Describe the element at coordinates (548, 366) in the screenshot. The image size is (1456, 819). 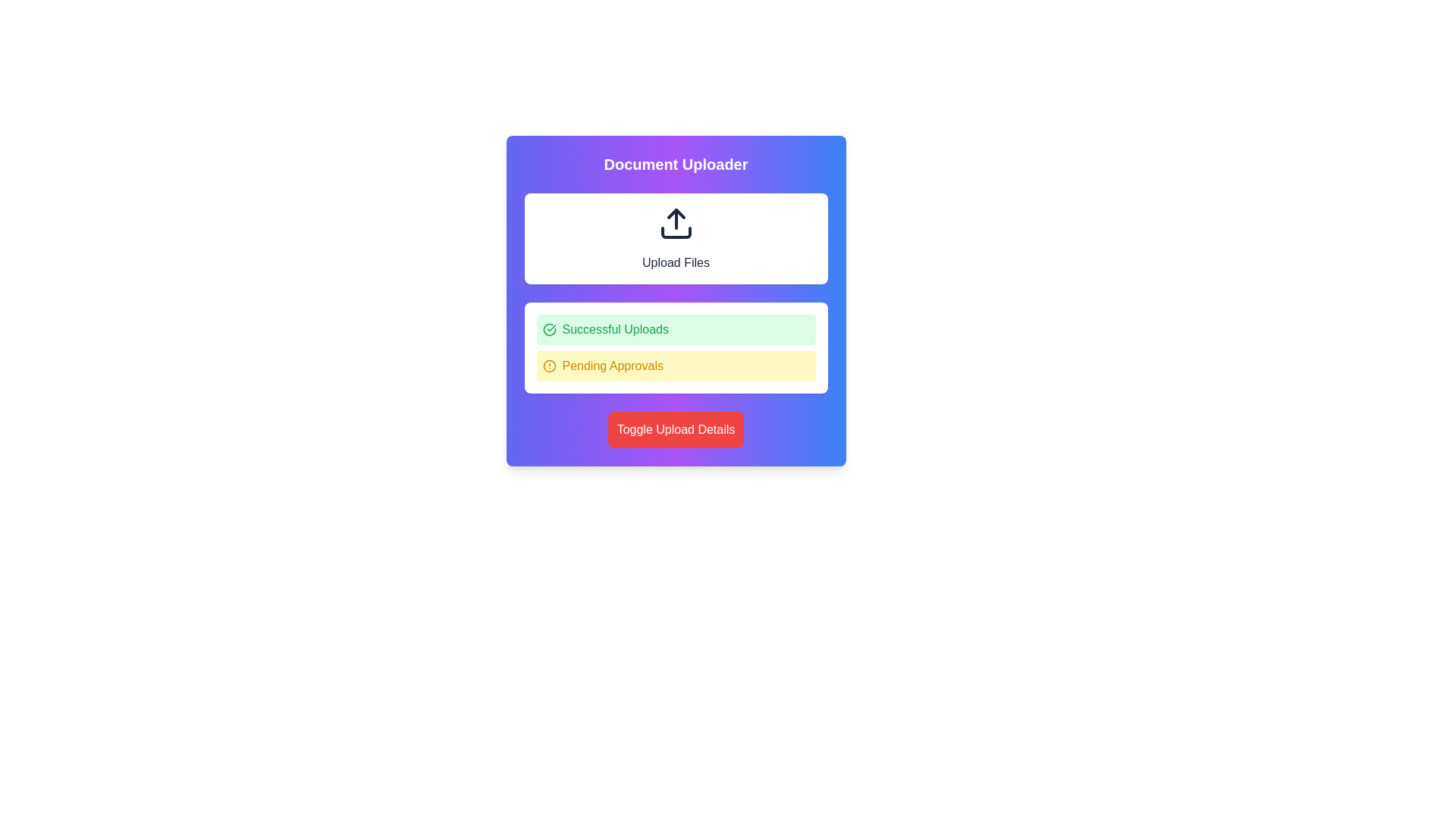
I see `the informational icon represented by a circular SVG graphic located in the 'Pending Approvals' section beside the text content in the notification card` at that location.